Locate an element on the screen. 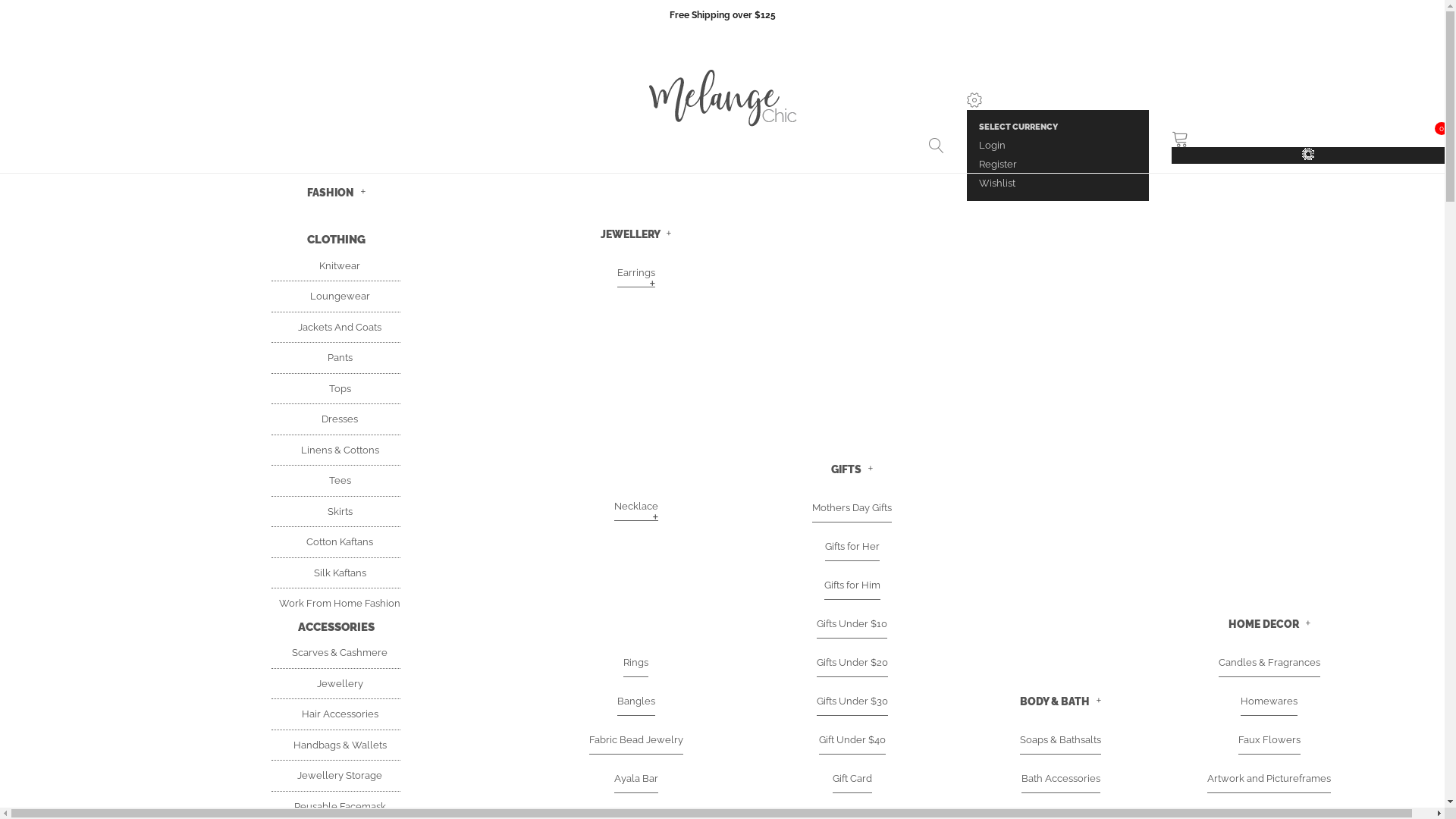 This screenshot has height=819, width=1456. 'Necklace' is located at coordinates (636, 506).